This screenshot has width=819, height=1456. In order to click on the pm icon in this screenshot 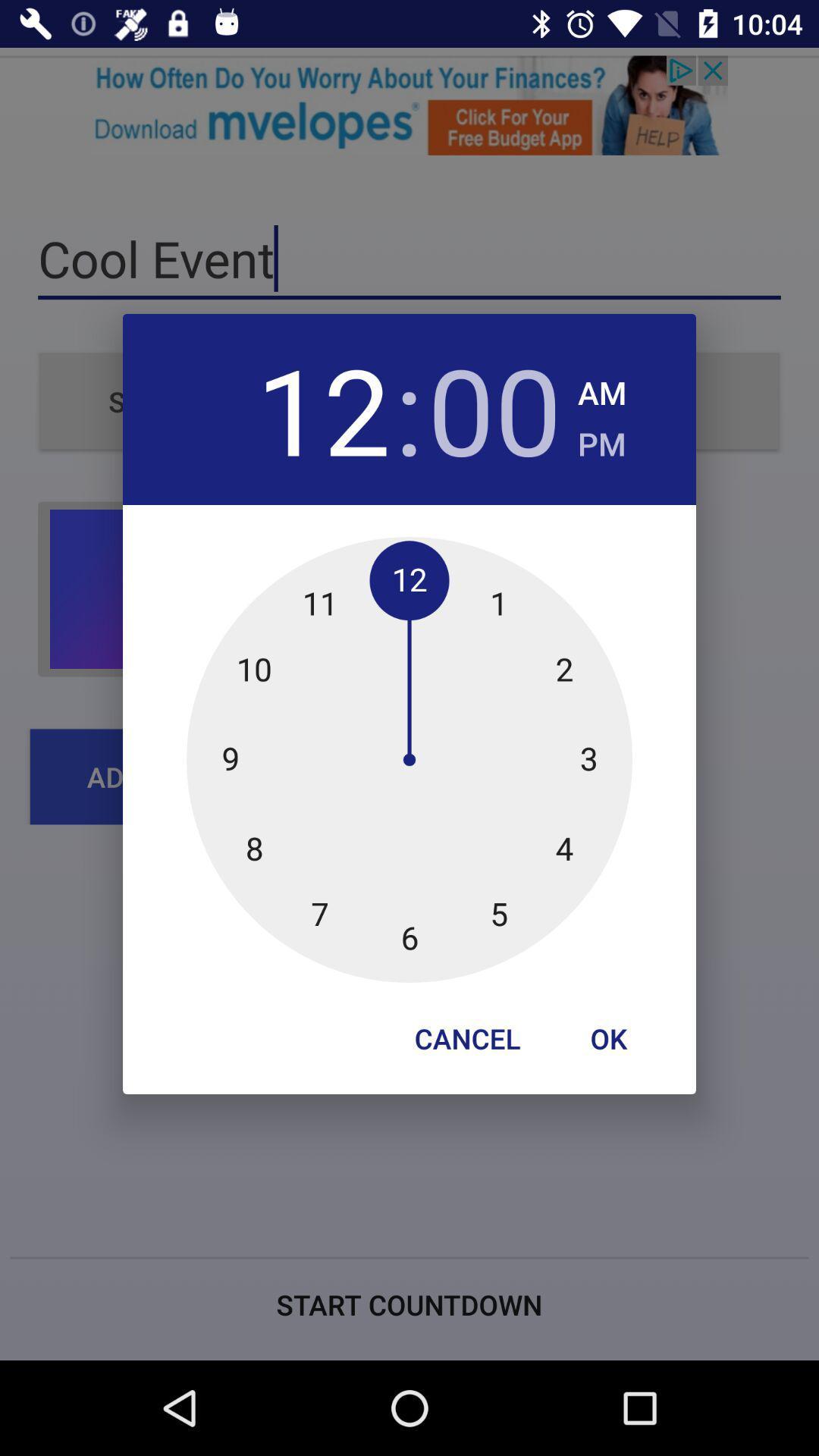, I will do `click(601, 438)`.